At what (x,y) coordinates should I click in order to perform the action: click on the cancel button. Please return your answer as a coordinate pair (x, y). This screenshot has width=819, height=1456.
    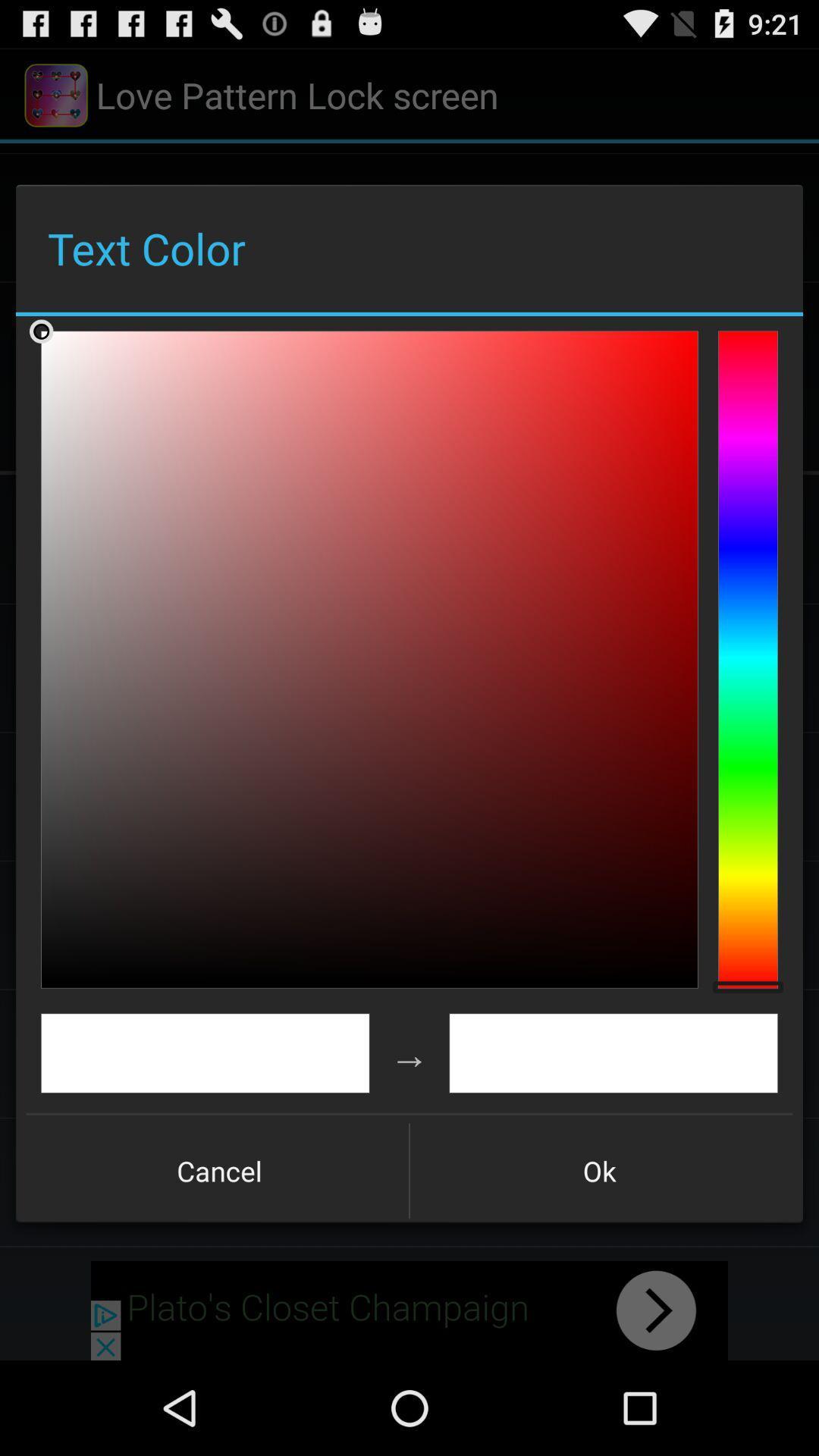
    Looking at the image, I should click on (219, 1170).